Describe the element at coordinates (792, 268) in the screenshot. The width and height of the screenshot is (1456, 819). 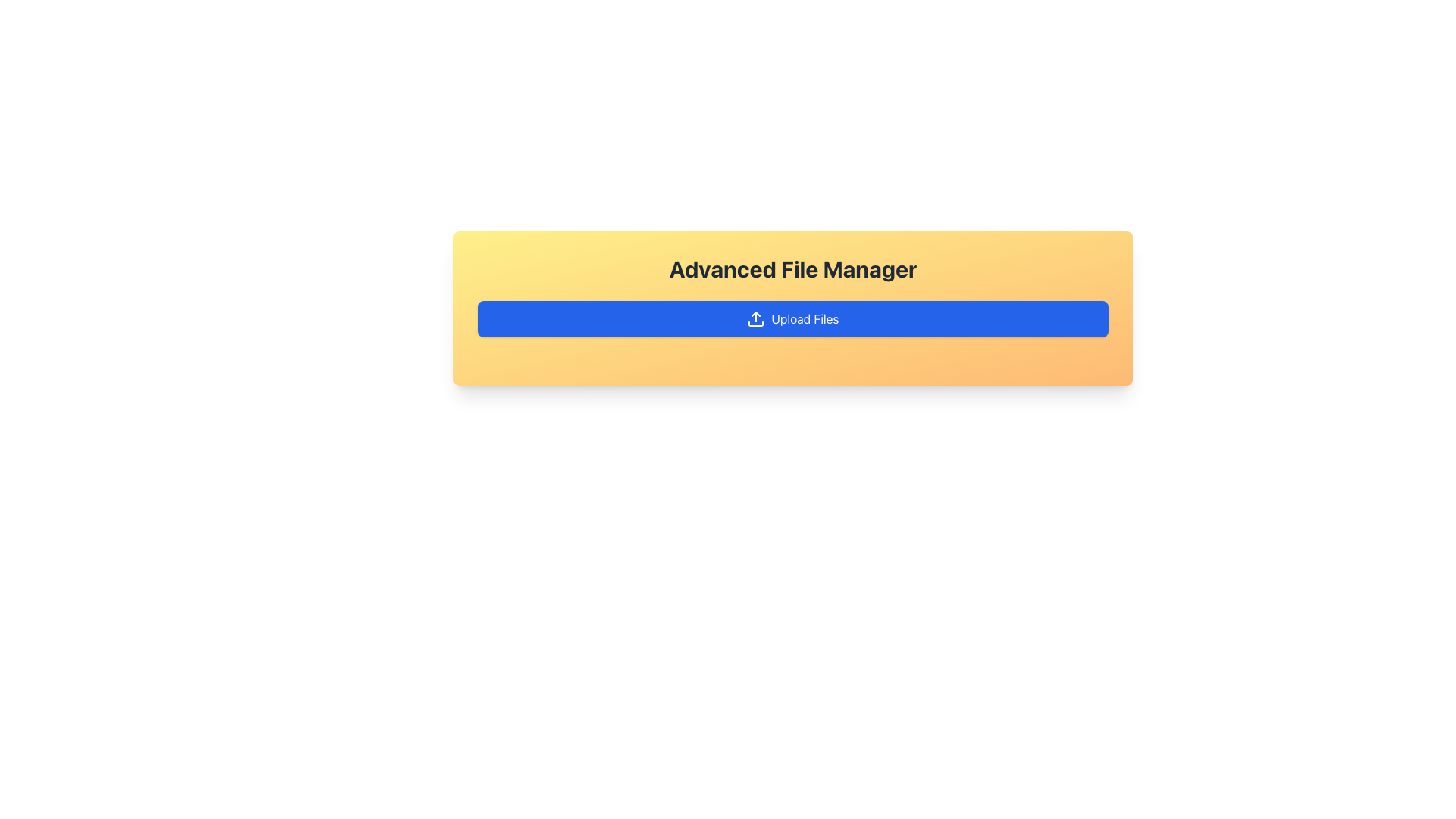
I see `the non-interactive text label that serves as the primary heading above the 'Upload Files' text element` at that location.